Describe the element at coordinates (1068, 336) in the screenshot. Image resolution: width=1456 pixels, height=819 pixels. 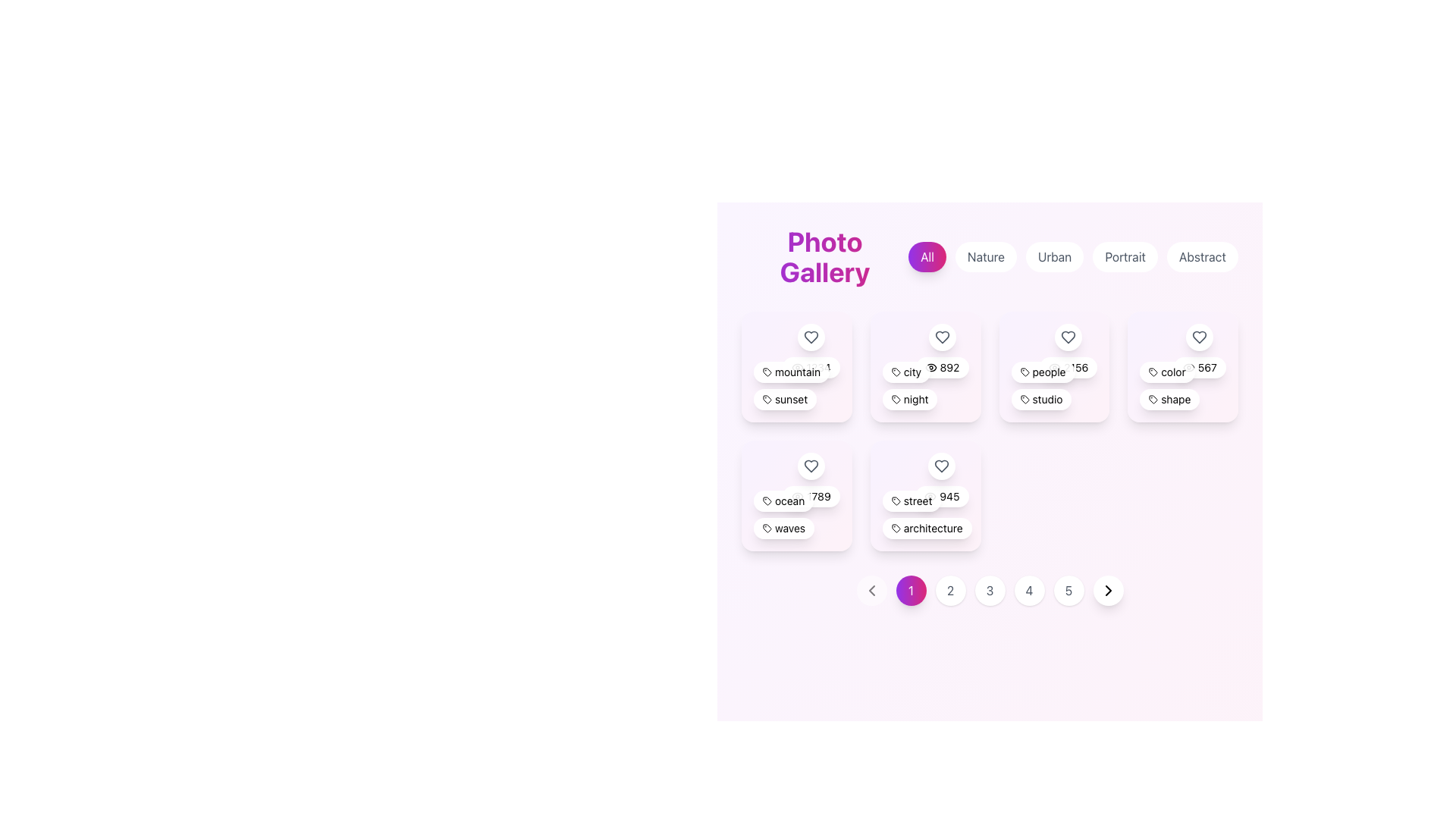
I see `the heart-shaped icon in the first row, third column of the grid layout to interact with it` at that location.